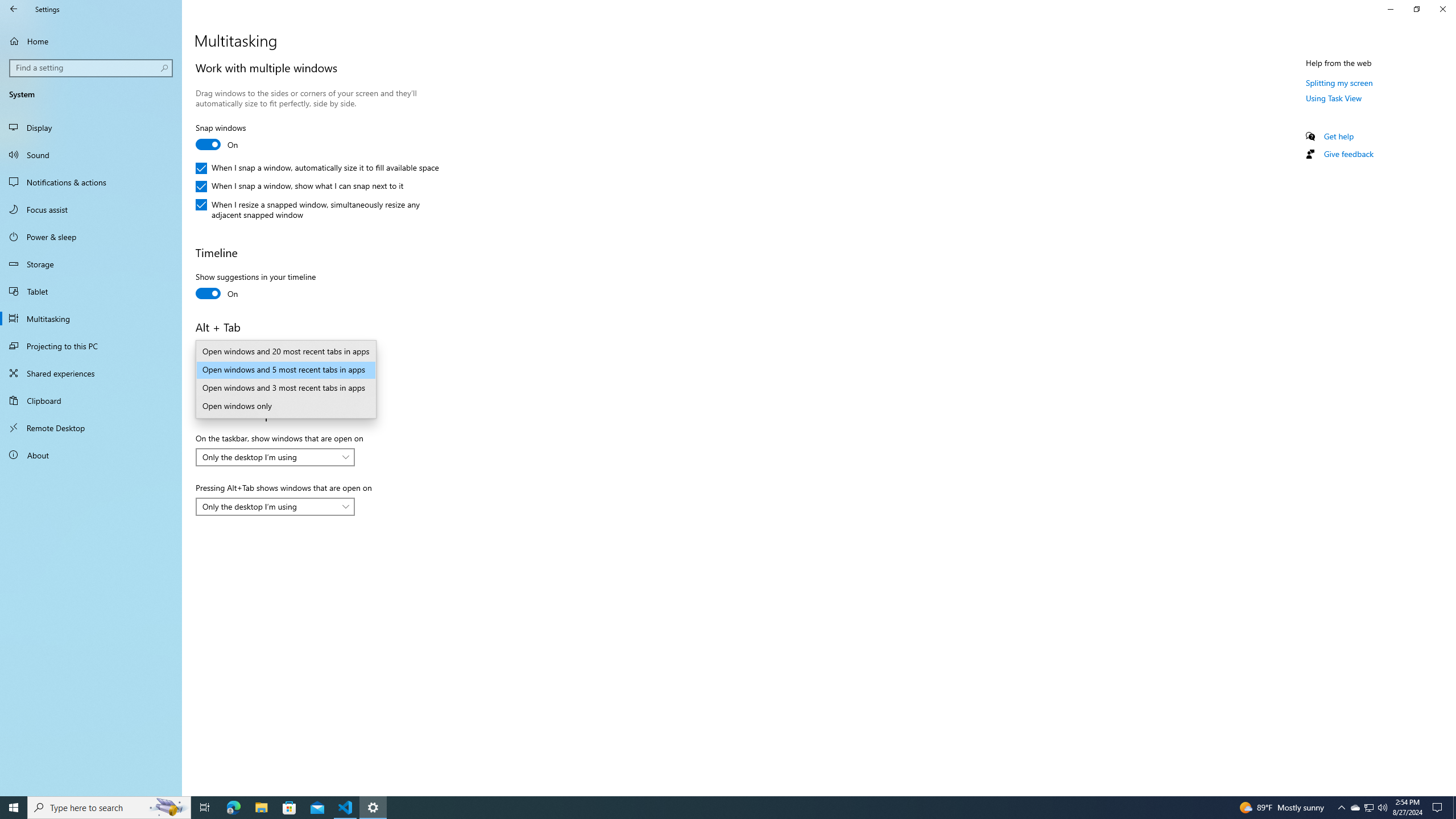 The height and width of the screenshot is (819, 1456). Describe the element at coordinates (289, 806) in the screenshot. I see `'Microsoft Store'` at that location.